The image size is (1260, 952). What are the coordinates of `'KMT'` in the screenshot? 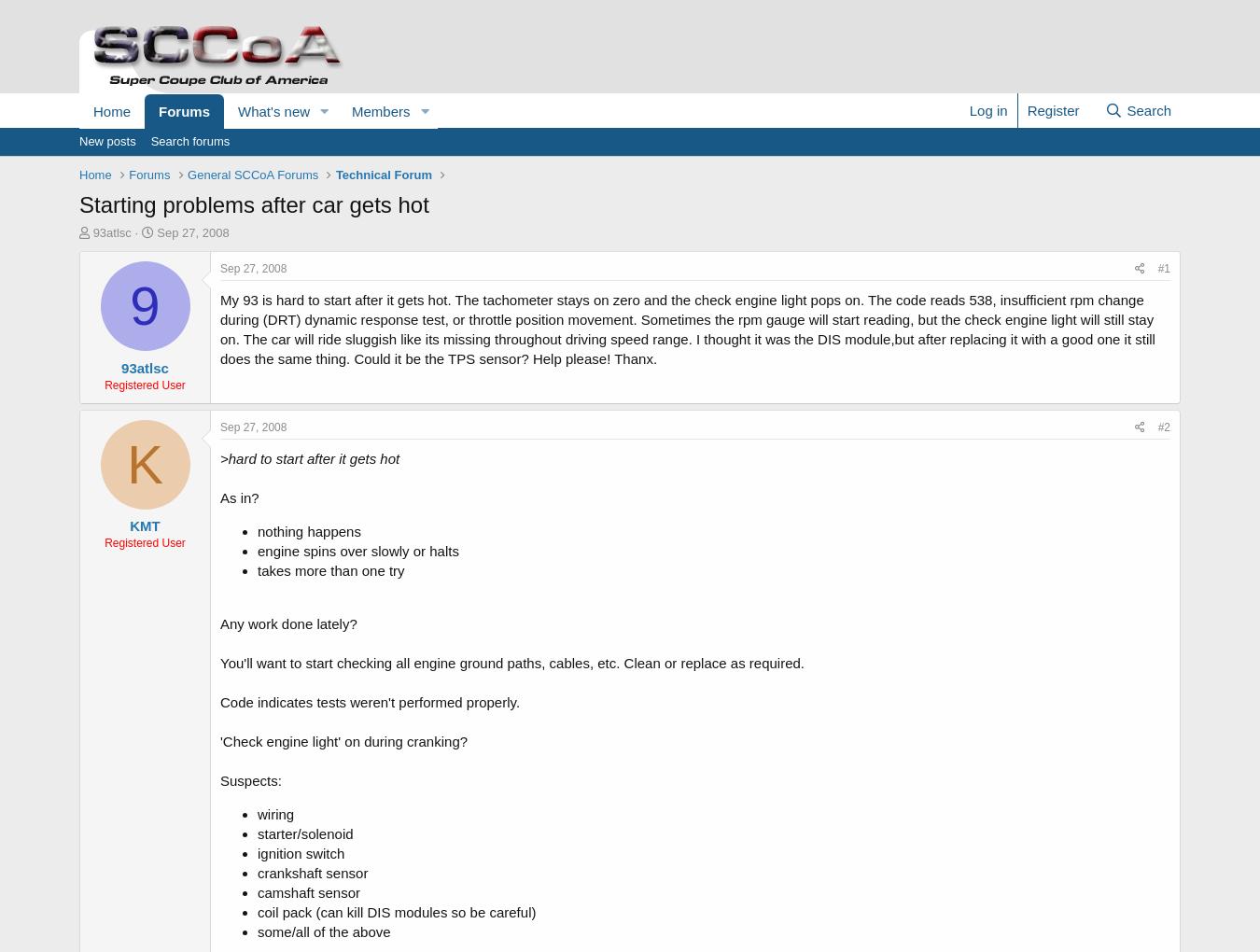 It's located at (144, 525).